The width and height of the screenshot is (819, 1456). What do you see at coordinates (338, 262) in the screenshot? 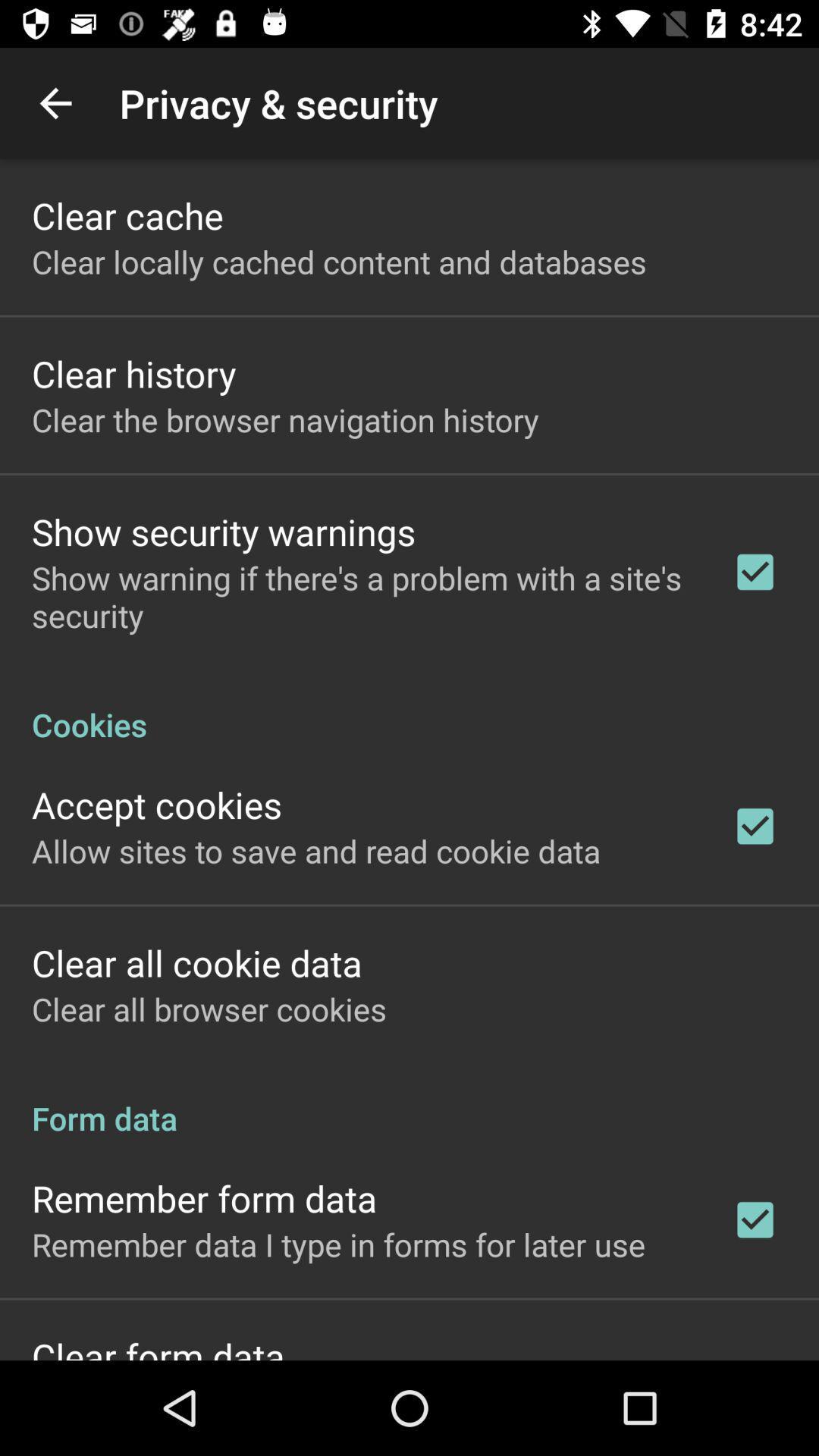
I see `the clear locally cached icon` at bounding box center [338, 262].